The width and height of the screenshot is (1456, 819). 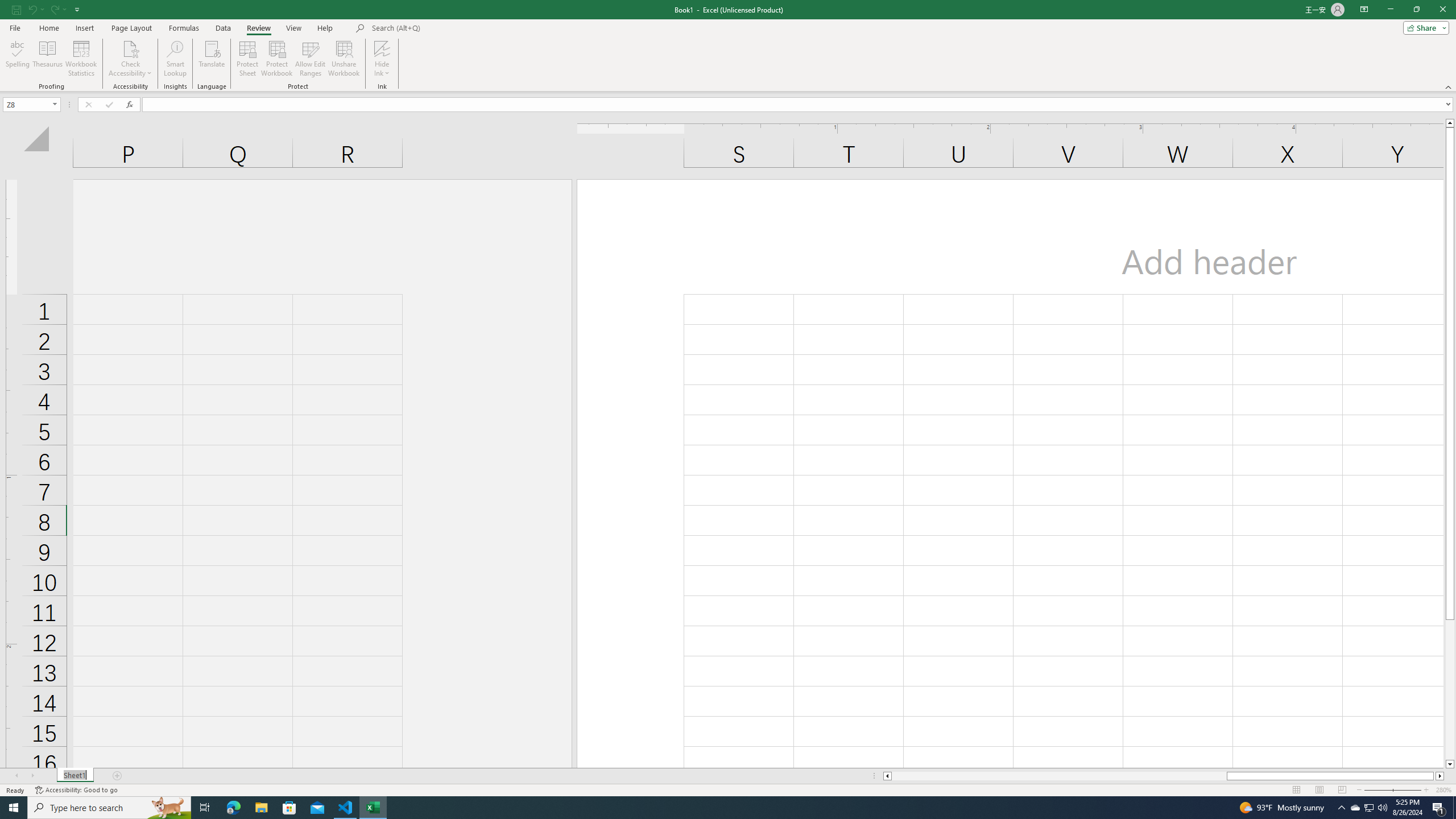 I want to click on 'Review', so click(x=258, y=28).